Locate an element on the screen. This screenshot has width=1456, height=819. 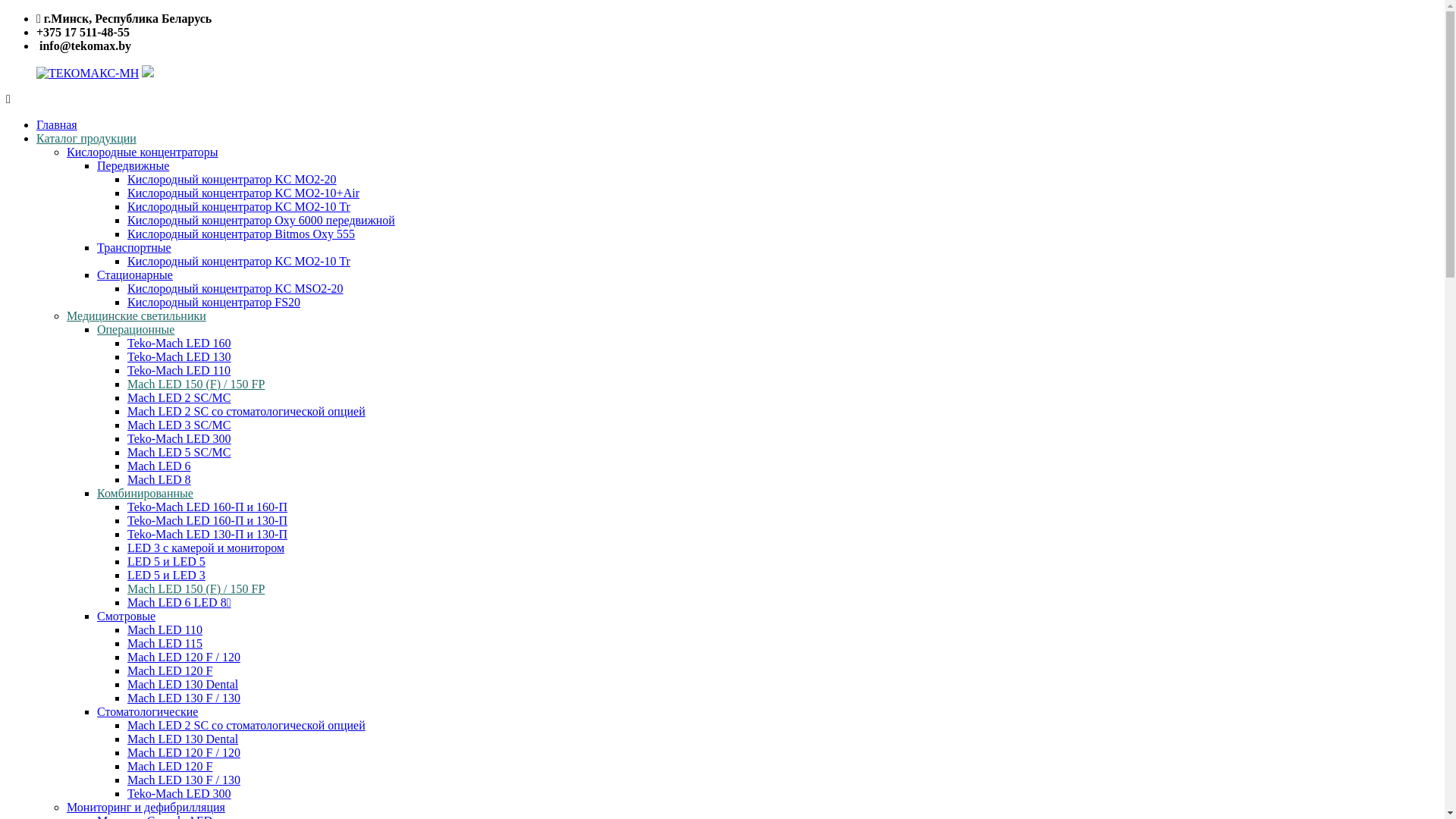
'Mach LED 120 F' is located at coordinates (170, 766).